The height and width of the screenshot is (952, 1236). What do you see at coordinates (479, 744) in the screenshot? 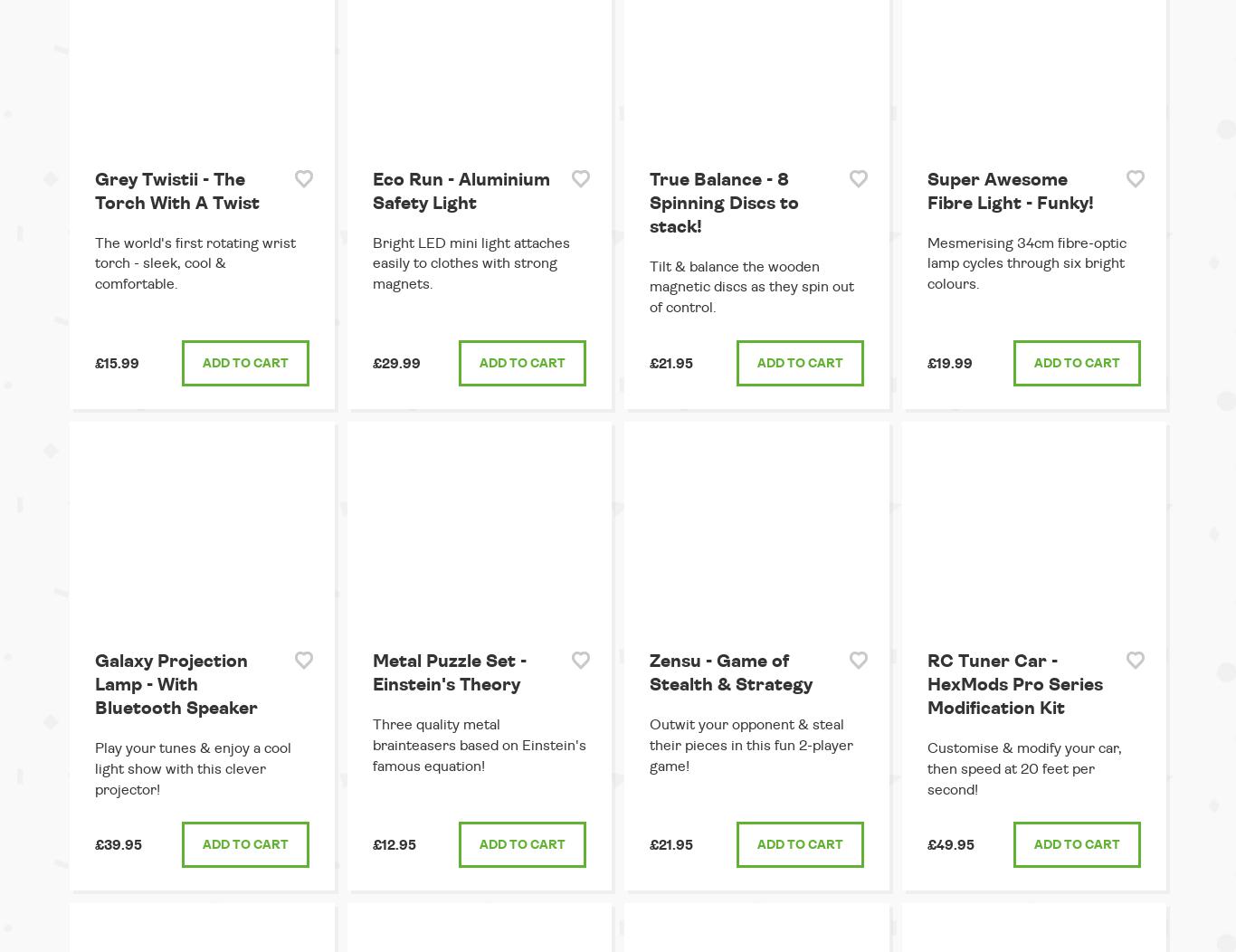
I see `'Three quality metal brainteasers based on Einstein's famous equation!'` at bounding box center [479, 744].